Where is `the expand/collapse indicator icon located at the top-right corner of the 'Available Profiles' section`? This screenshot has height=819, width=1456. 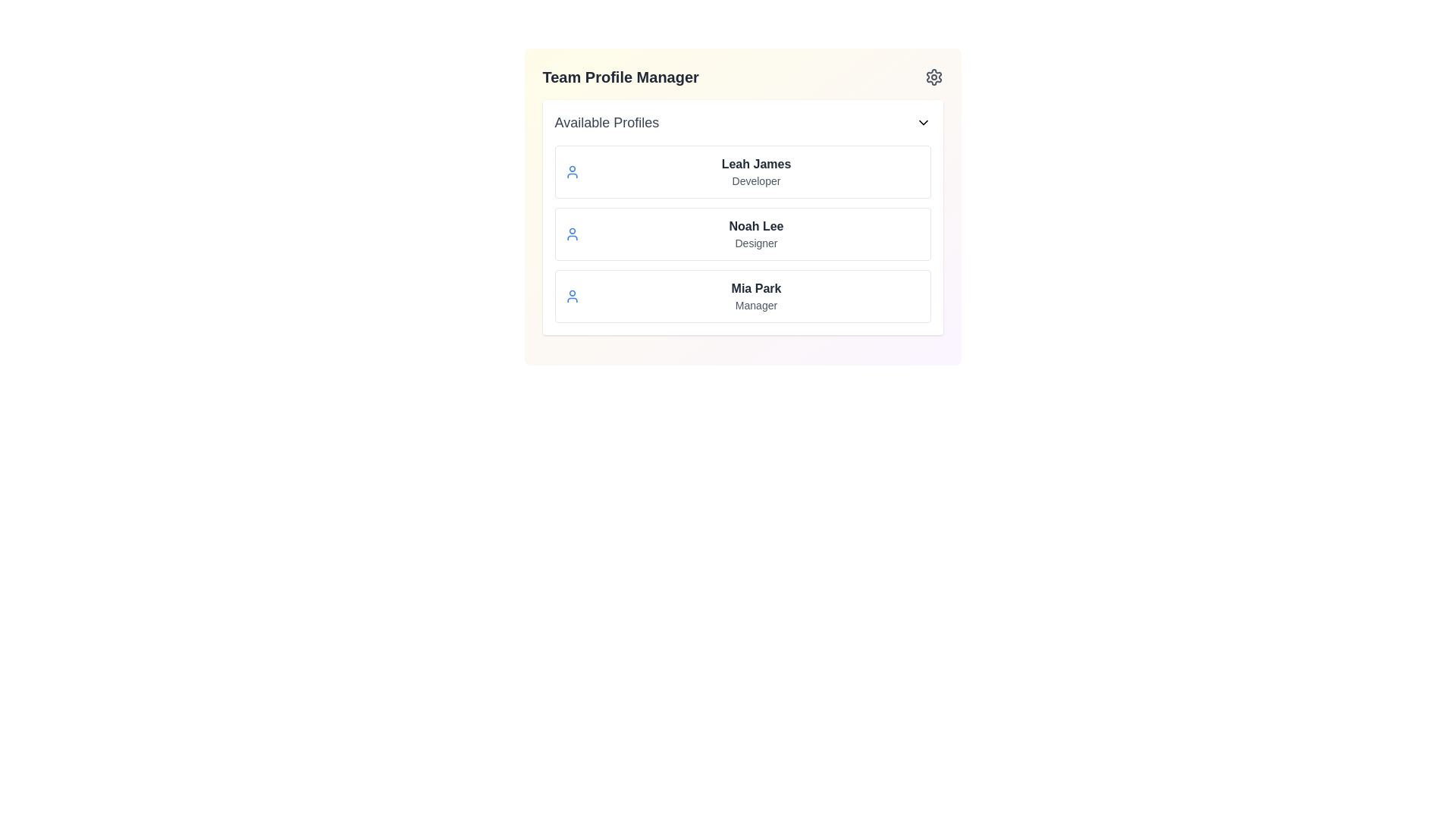
the expand/collapse indicator icon located at the top-right corner of the 'Available Profiles' section is located at coordinates (922, 122).